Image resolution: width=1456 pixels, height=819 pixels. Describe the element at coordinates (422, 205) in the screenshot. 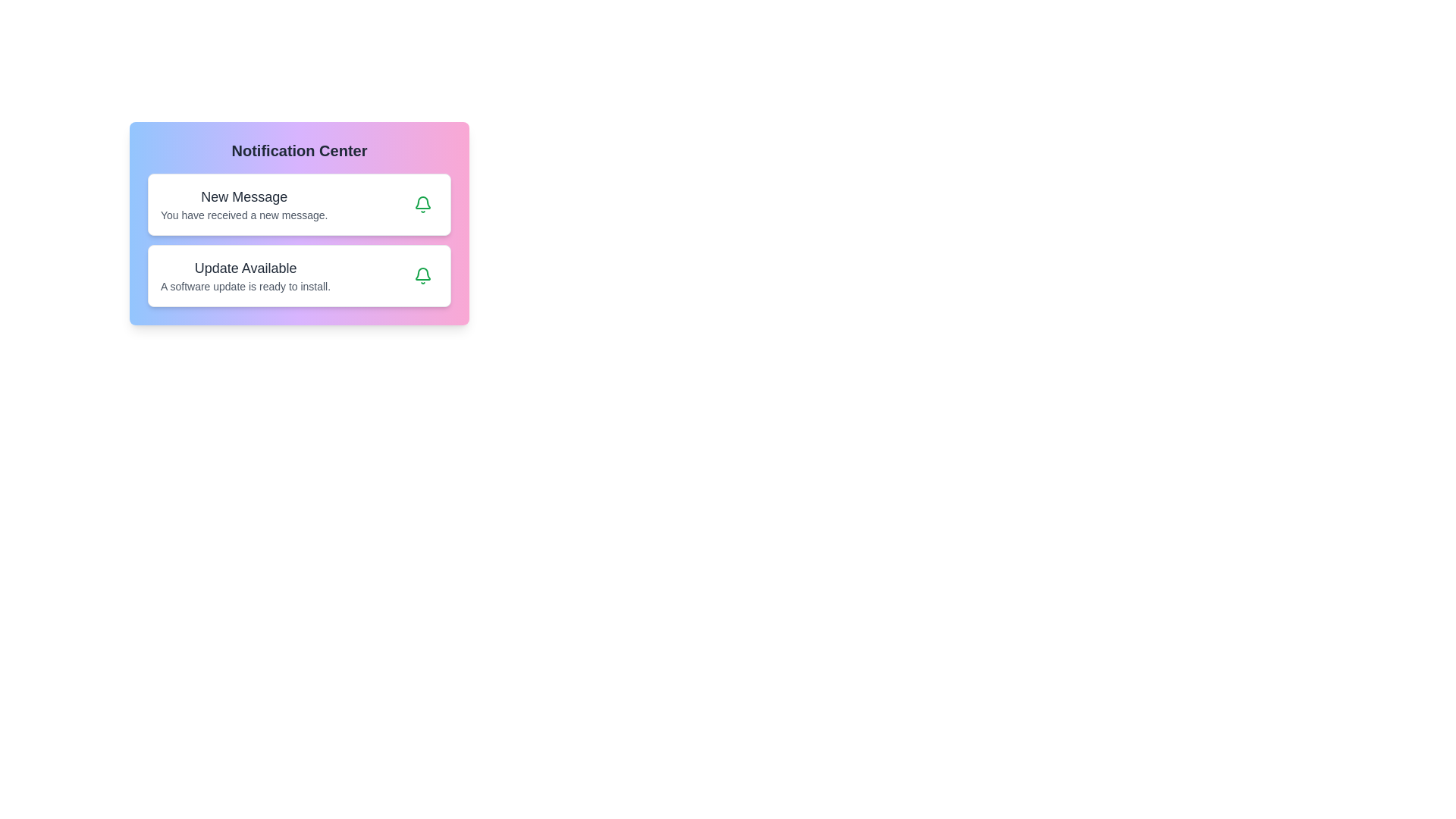

I see `the circular icon button containing a green bell icon` at that location.